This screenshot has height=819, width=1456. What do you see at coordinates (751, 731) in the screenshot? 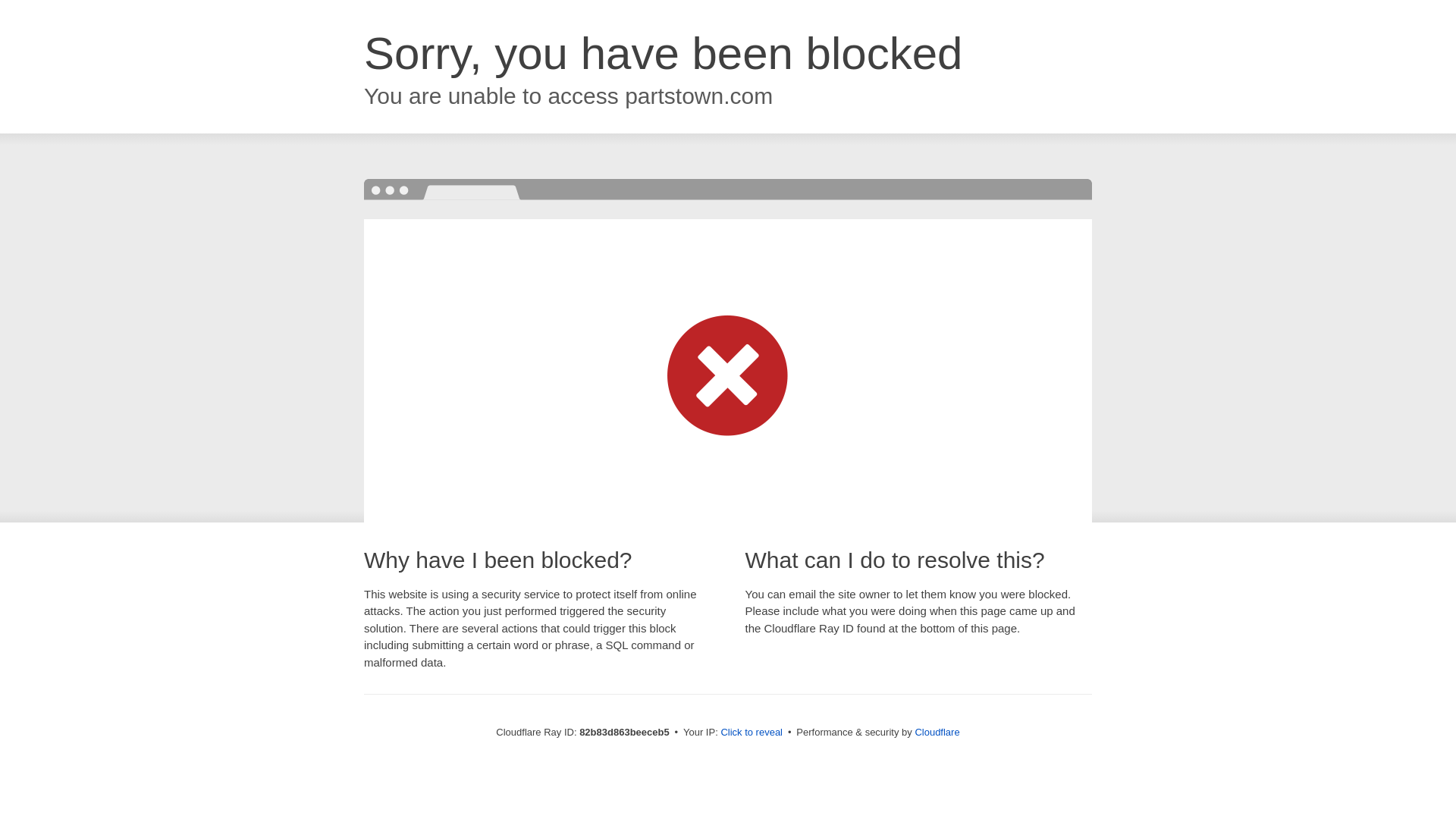
I see `'Click to reveal'` at bounding box center [751, 731].